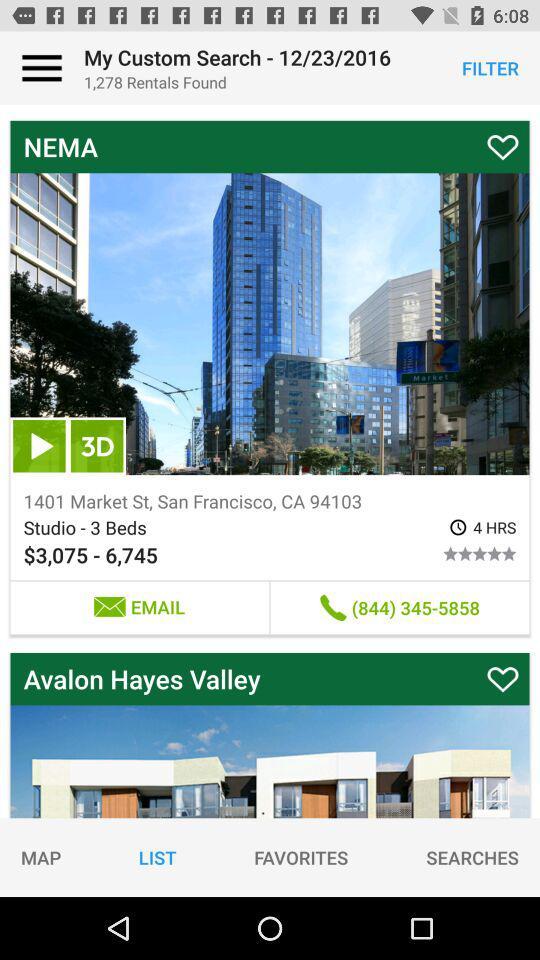 Image resolution: width=540 pixels, height=960 pixels. What do you see at coordinates (472, 856) in the screenshot?
I see `the icon to the right of the favorites icon` at bounding box center [472, 856].